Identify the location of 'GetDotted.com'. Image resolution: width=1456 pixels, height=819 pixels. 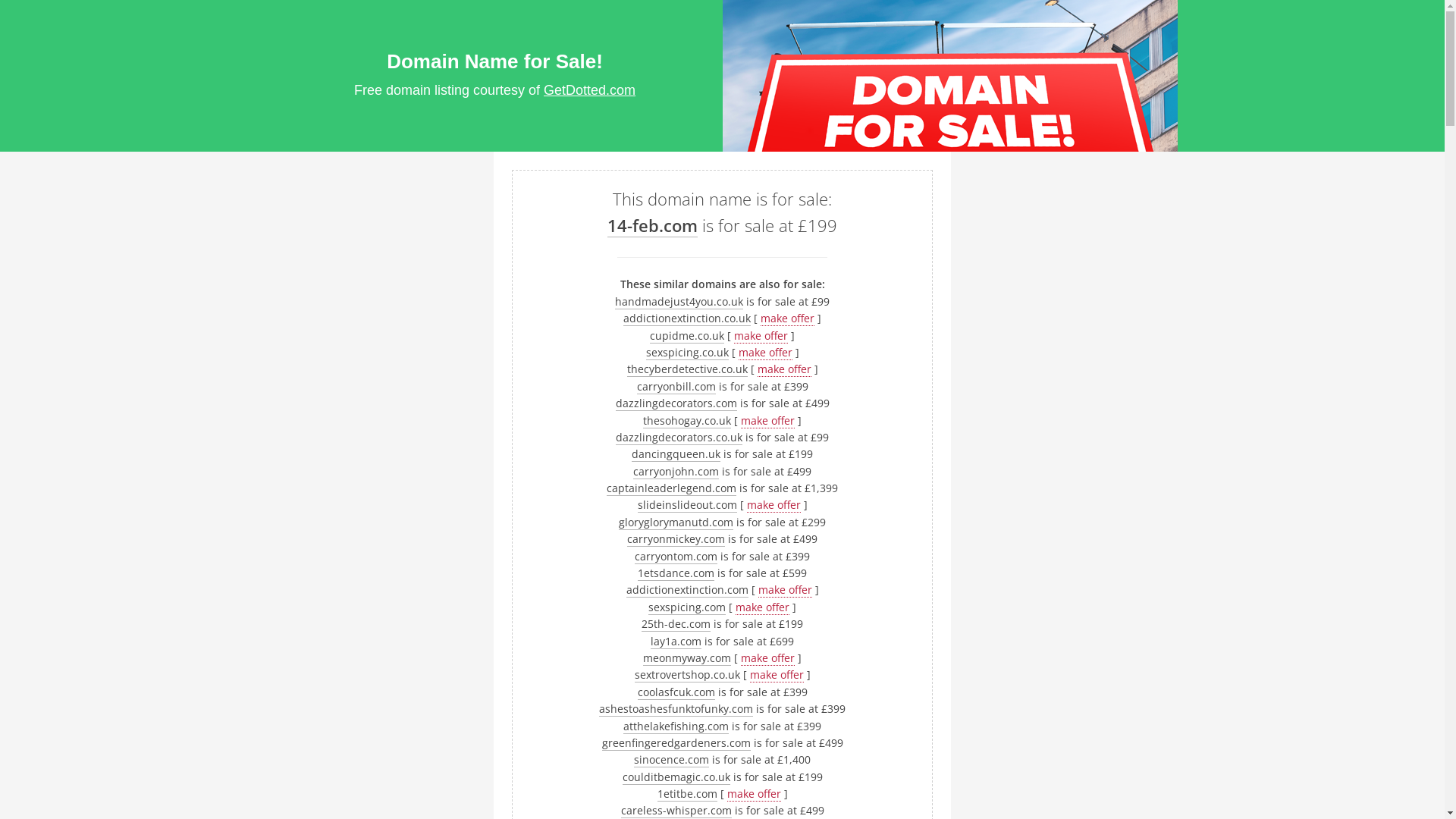
(588, 90).